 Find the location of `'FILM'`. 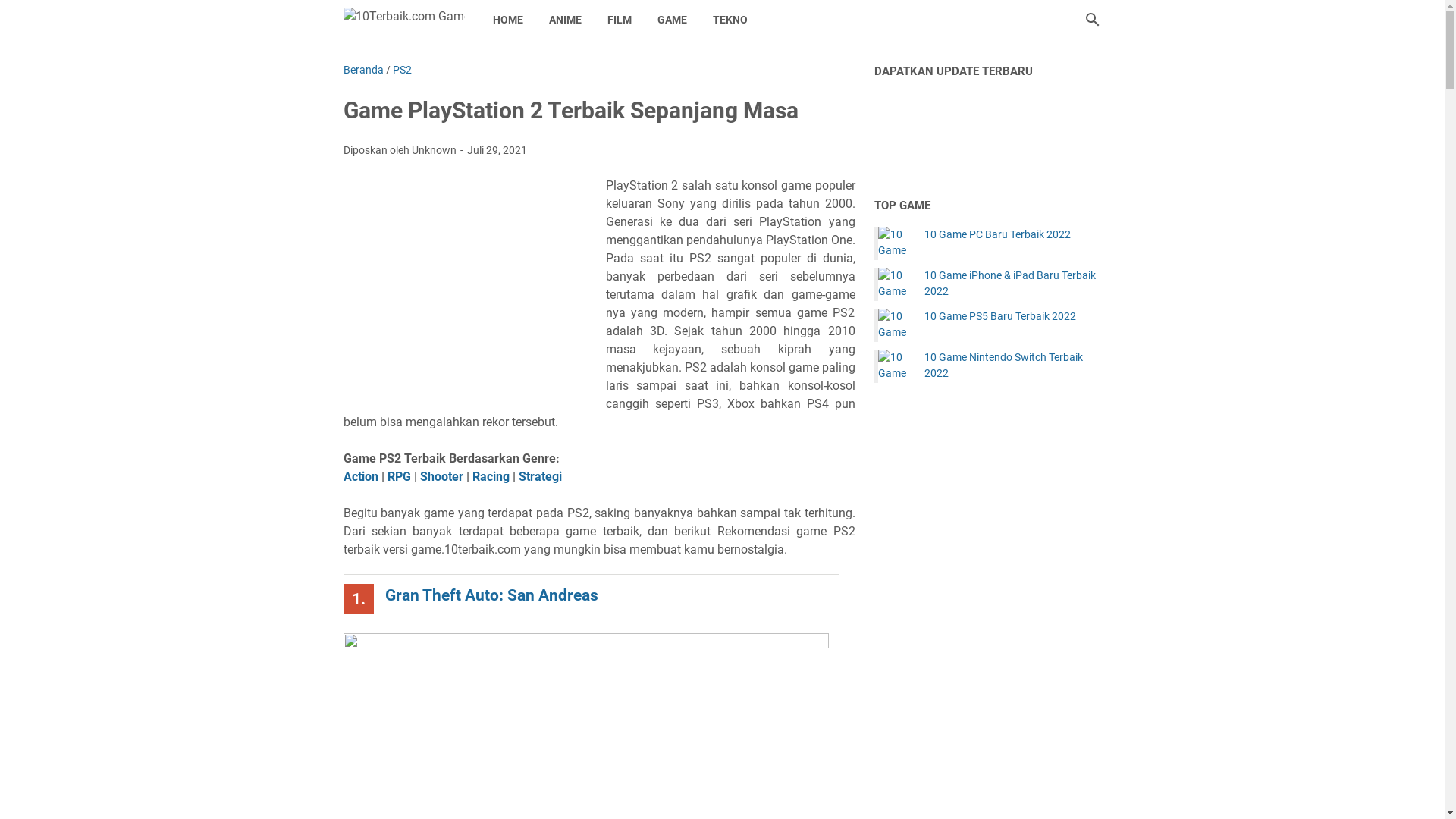

'FILM' is located at coordinates (619, 20).